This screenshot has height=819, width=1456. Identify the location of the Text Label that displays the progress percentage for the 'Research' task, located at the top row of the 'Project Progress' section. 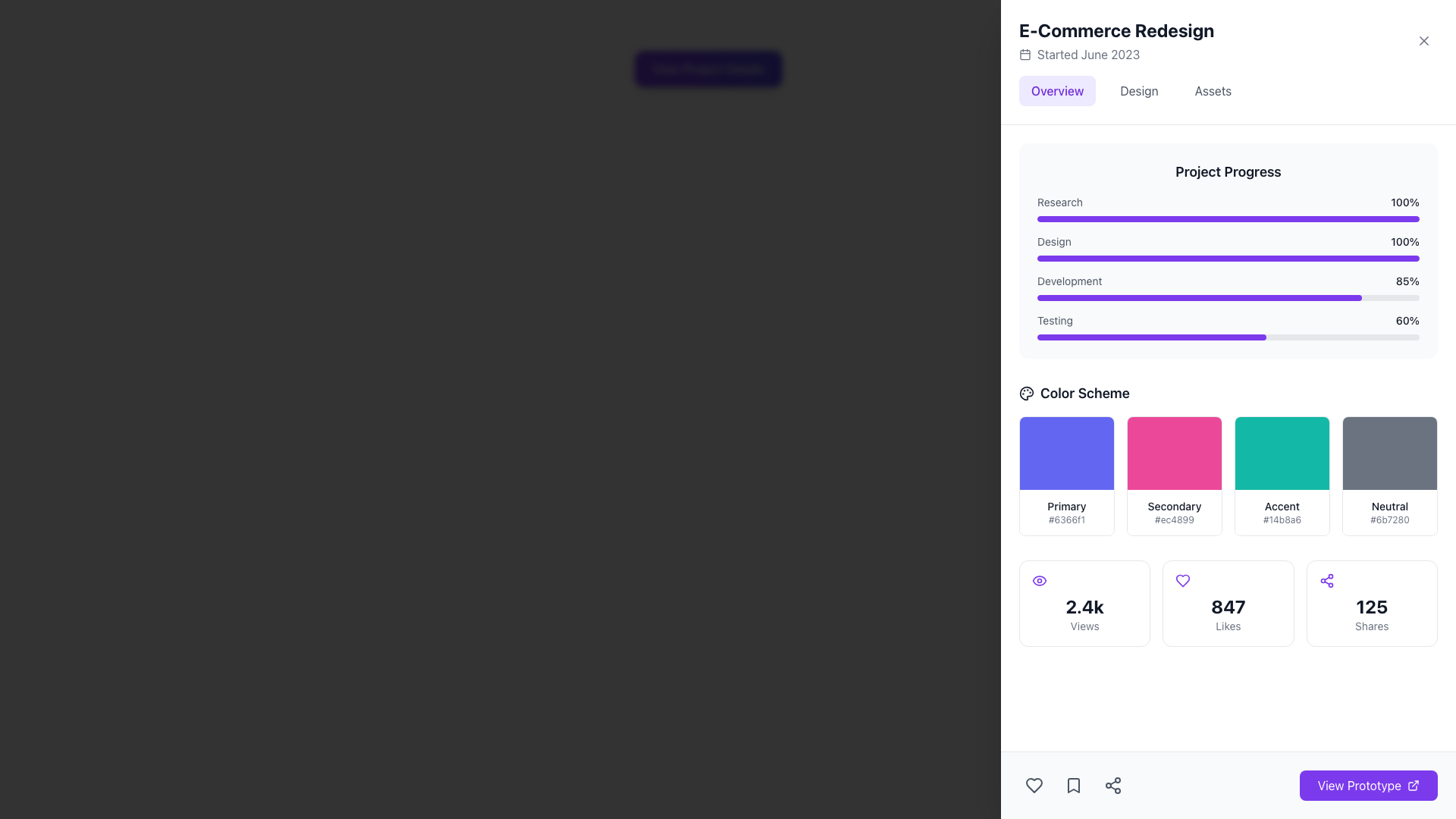
(1404, 201).